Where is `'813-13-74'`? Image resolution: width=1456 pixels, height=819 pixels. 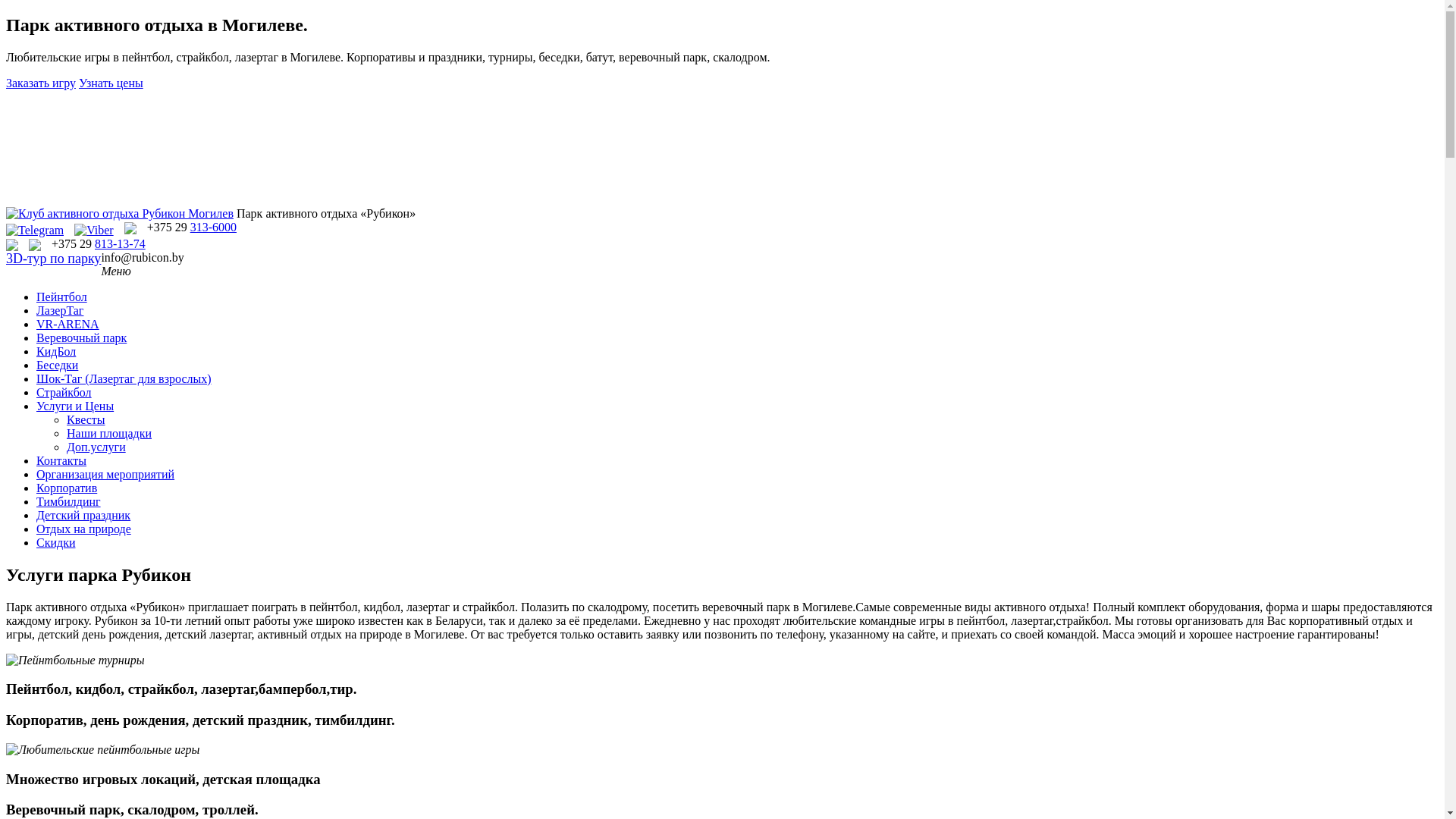 '813-13-74' is located at coordinates (119, 243).